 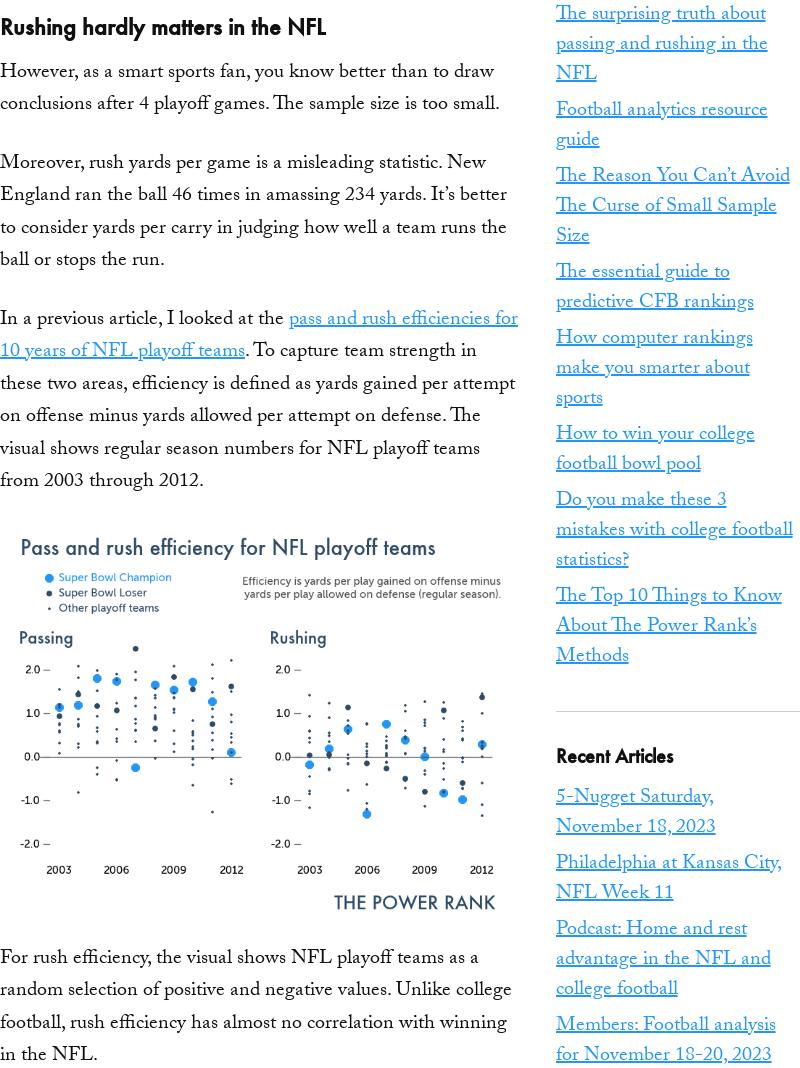 I want to click on 'How computer rankings make you smarter about sports', so click(x=652, y=368).